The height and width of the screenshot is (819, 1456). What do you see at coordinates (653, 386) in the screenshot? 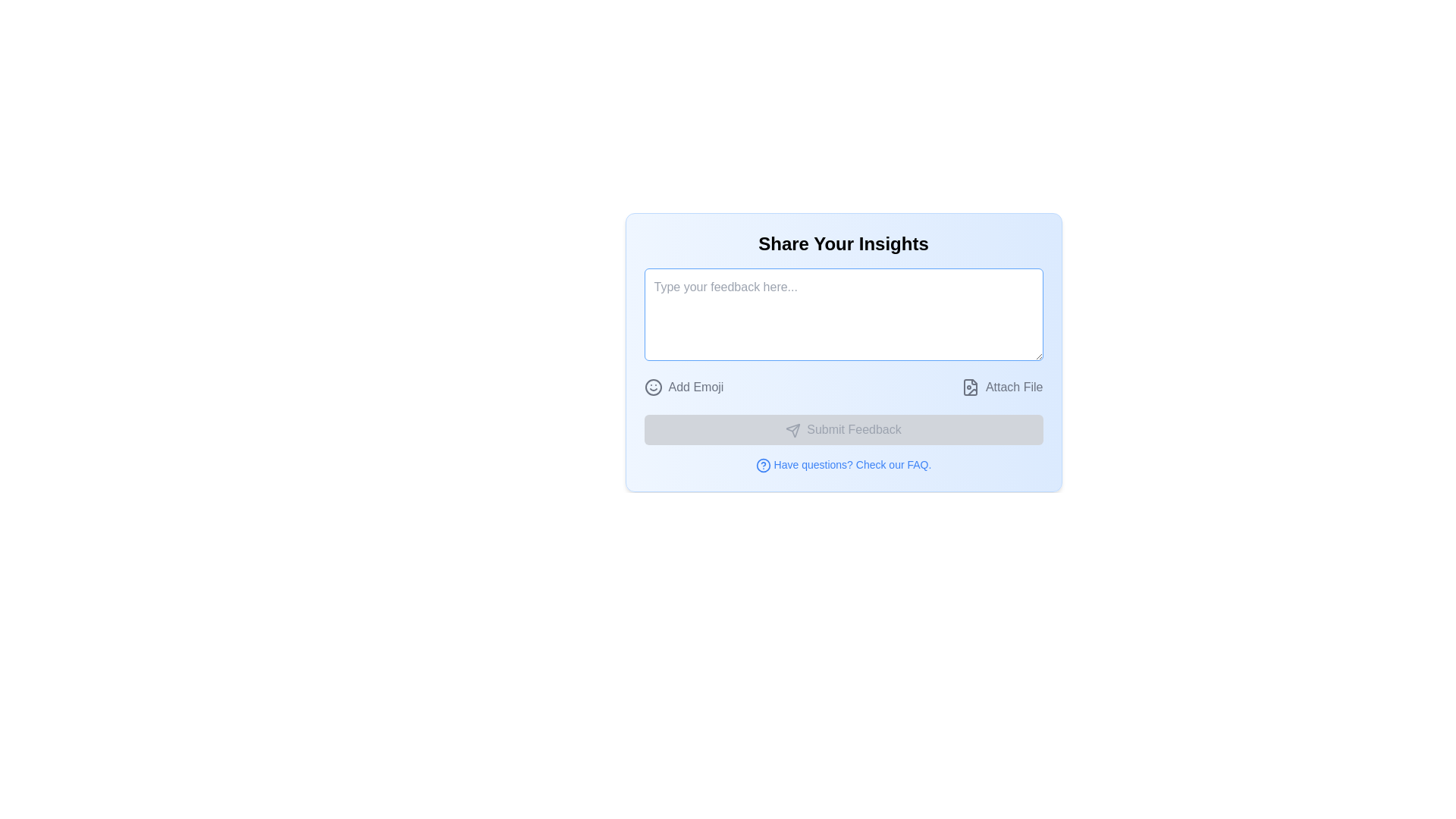
I see `the circular smiley face icon located to the left of the 'Add Emoji' label in the feedback section` at bounding box center [653, 386].